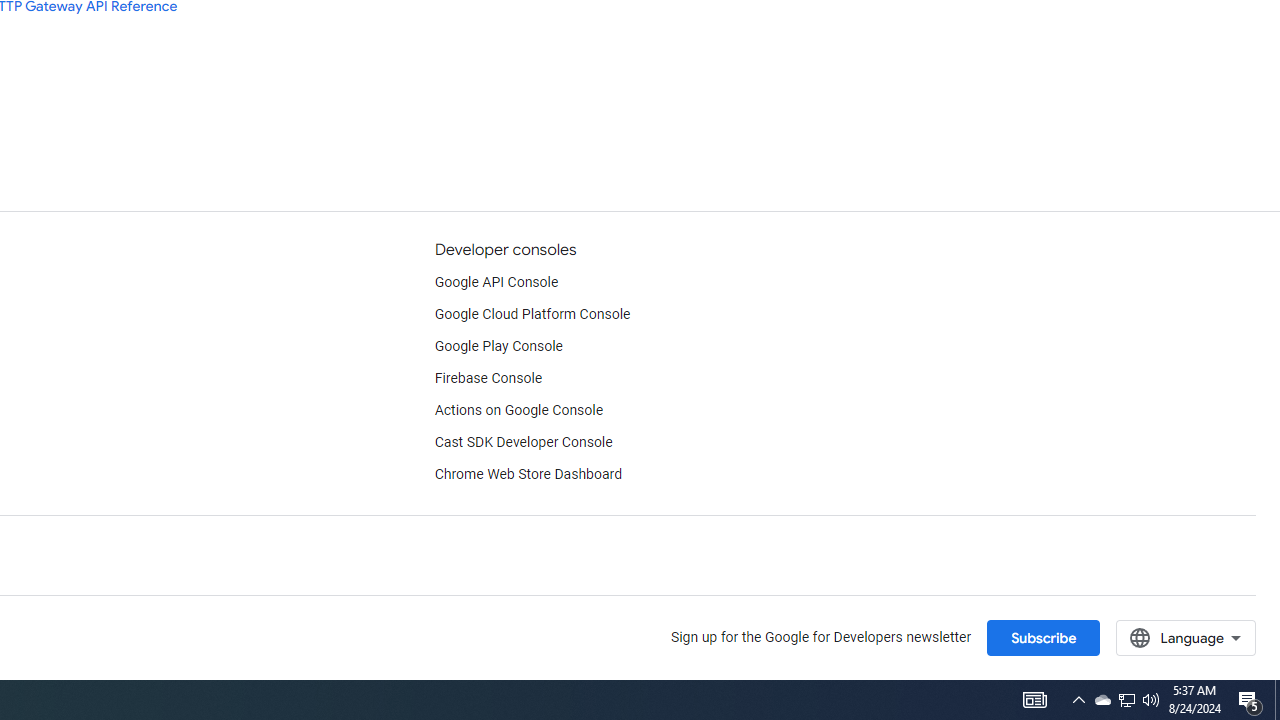 Image resolution: width=1280 pixels, height=720 pixels. I want to click on 'Firebase Console', so click(488, 379).